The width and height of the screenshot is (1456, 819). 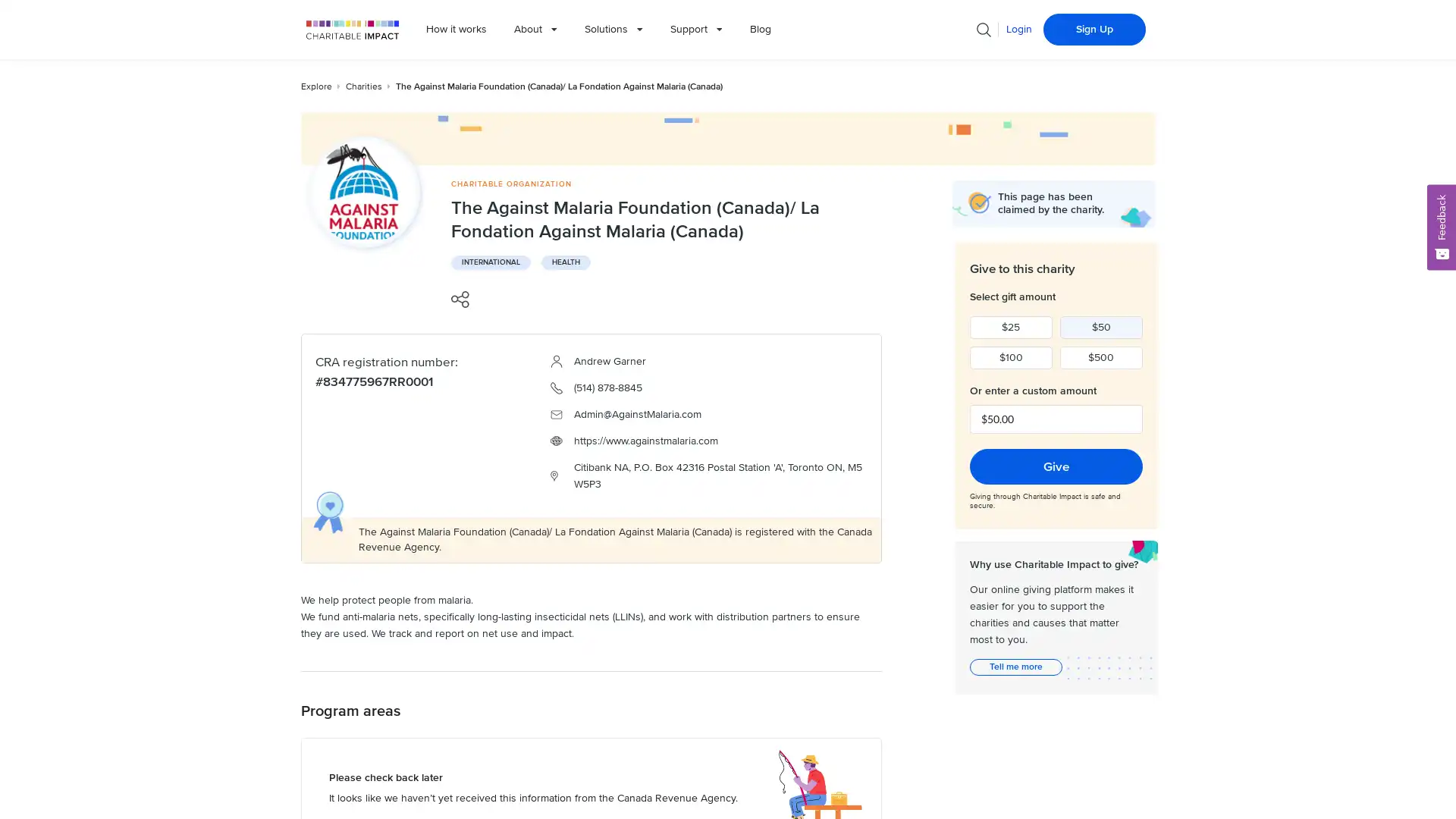 What do you see at coordinates (1015, 666) in the screenshot?
I see `Tell me more` at bounding box center [1015, 666].